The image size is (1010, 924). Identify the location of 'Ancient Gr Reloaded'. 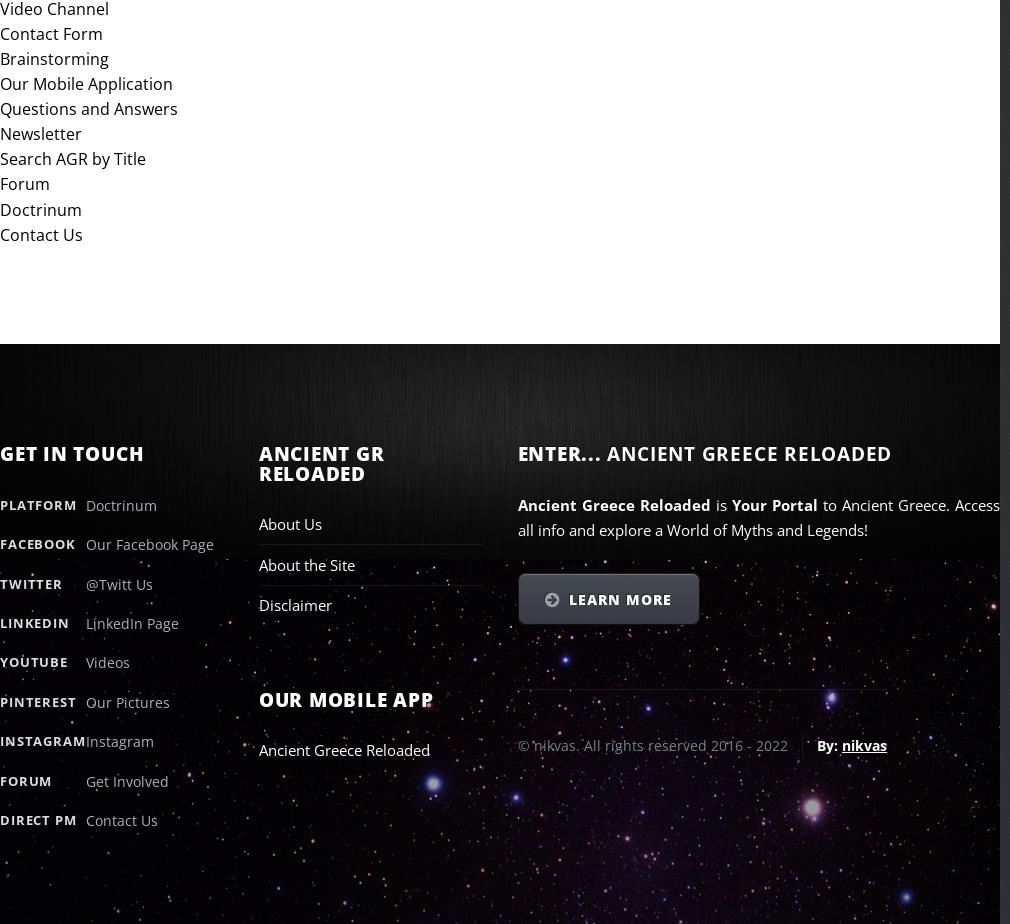
(320, 463).